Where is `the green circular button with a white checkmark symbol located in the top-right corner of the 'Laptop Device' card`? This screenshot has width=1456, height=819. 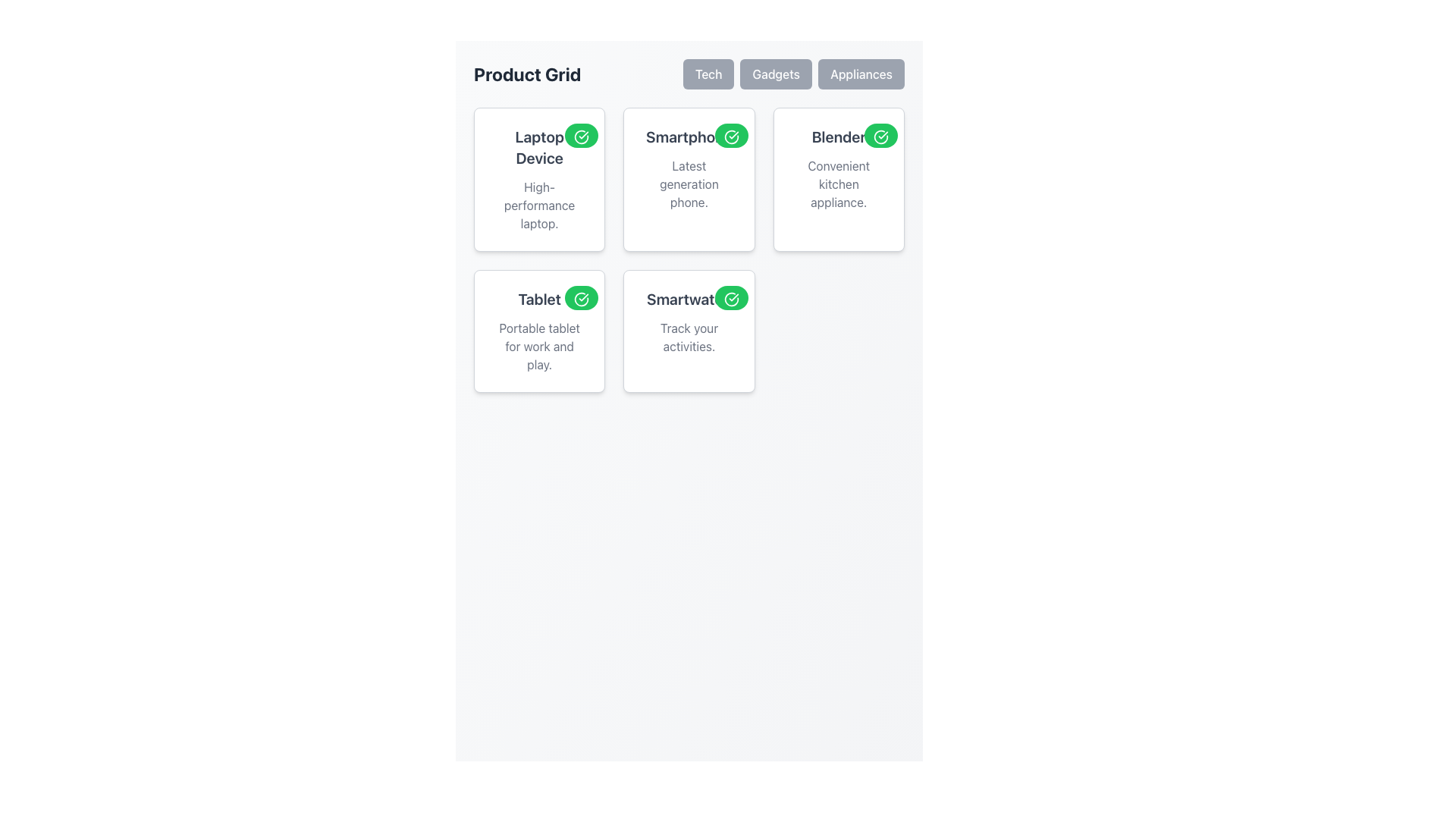 the green circular button with a white checkmark symbol located in the top-right corner of the 'Laptop Device' card is located at coordinates (581, 134).